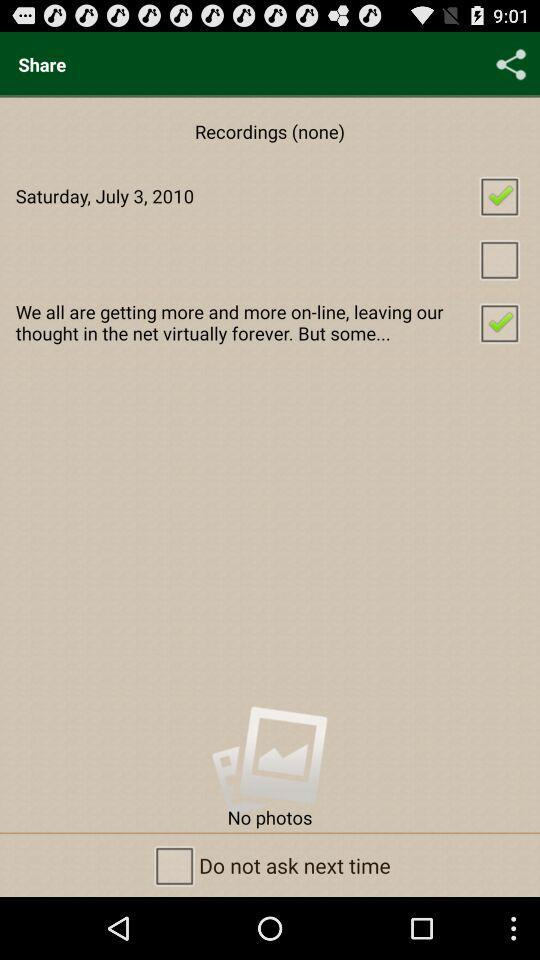 This screenshot has width=540, height=960. Describe the element at coordinates (511, 68) in the screenshot. I see `the share icon` at that location.